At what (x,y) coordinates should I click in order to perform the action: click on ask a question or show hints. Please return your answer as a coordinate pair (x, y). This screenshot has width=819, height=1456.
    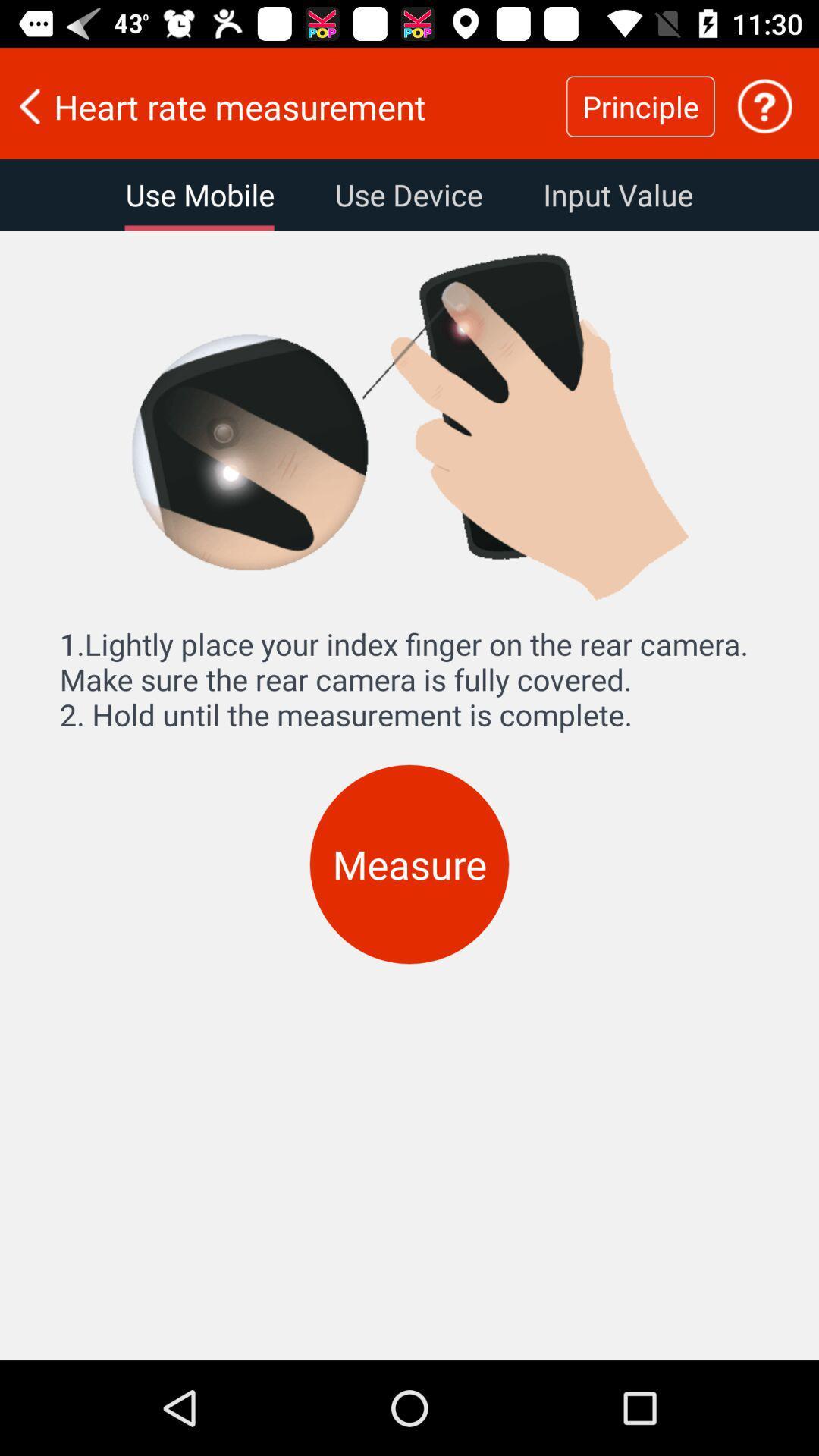
    Looking at the image, I should click on (764, 105).